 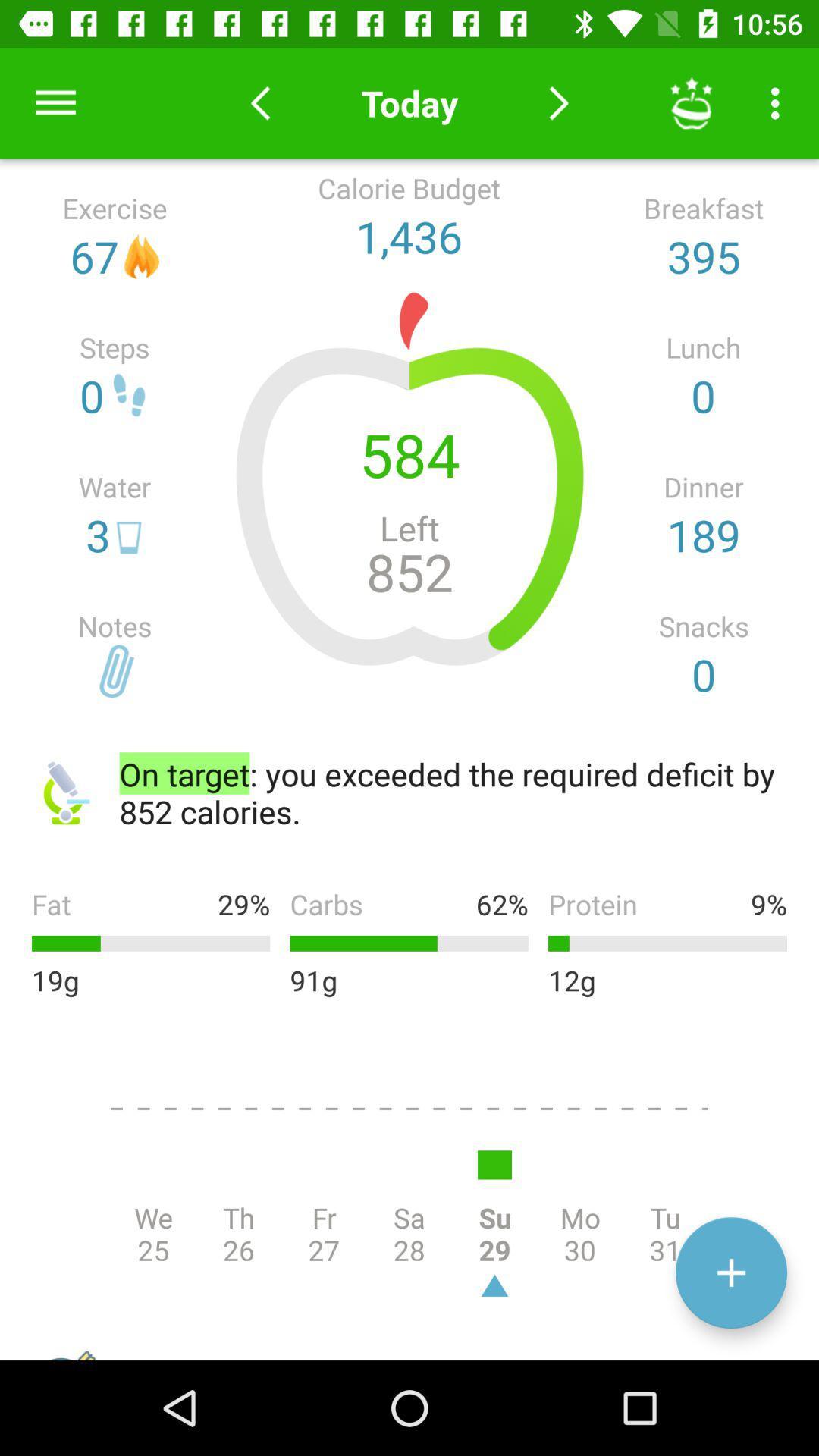 I want to click on arrow symbol to the left side of today, so click(x=259, y=102).